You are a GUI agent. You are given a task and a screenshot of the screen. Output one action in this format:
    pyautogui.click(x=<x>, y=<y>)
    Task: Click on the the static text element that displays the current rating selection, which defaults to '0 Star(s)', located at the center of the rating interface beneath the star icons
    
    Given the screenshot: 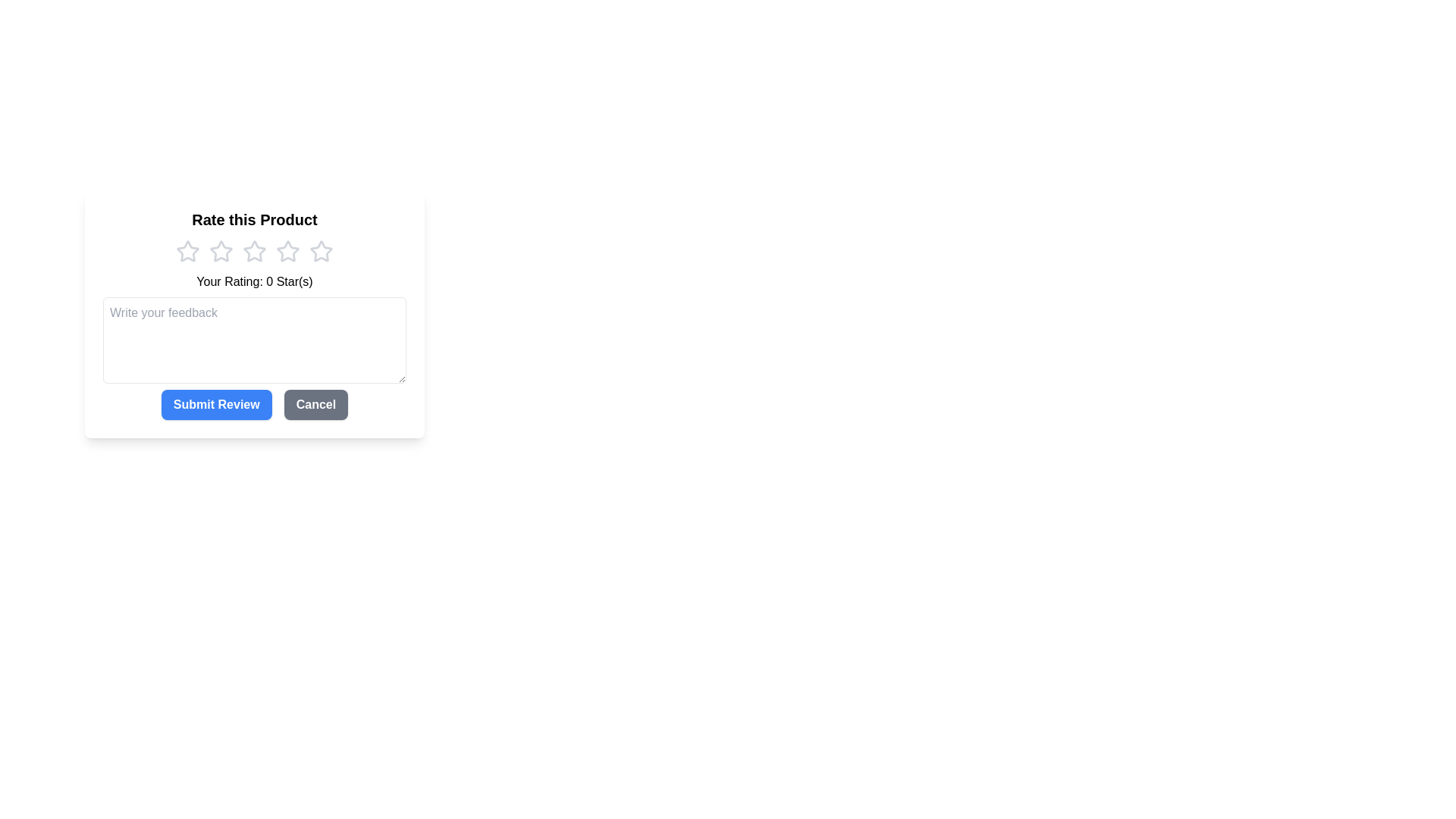 What is the action you would take?
    pyautogui.click(x=255, y=281)
    